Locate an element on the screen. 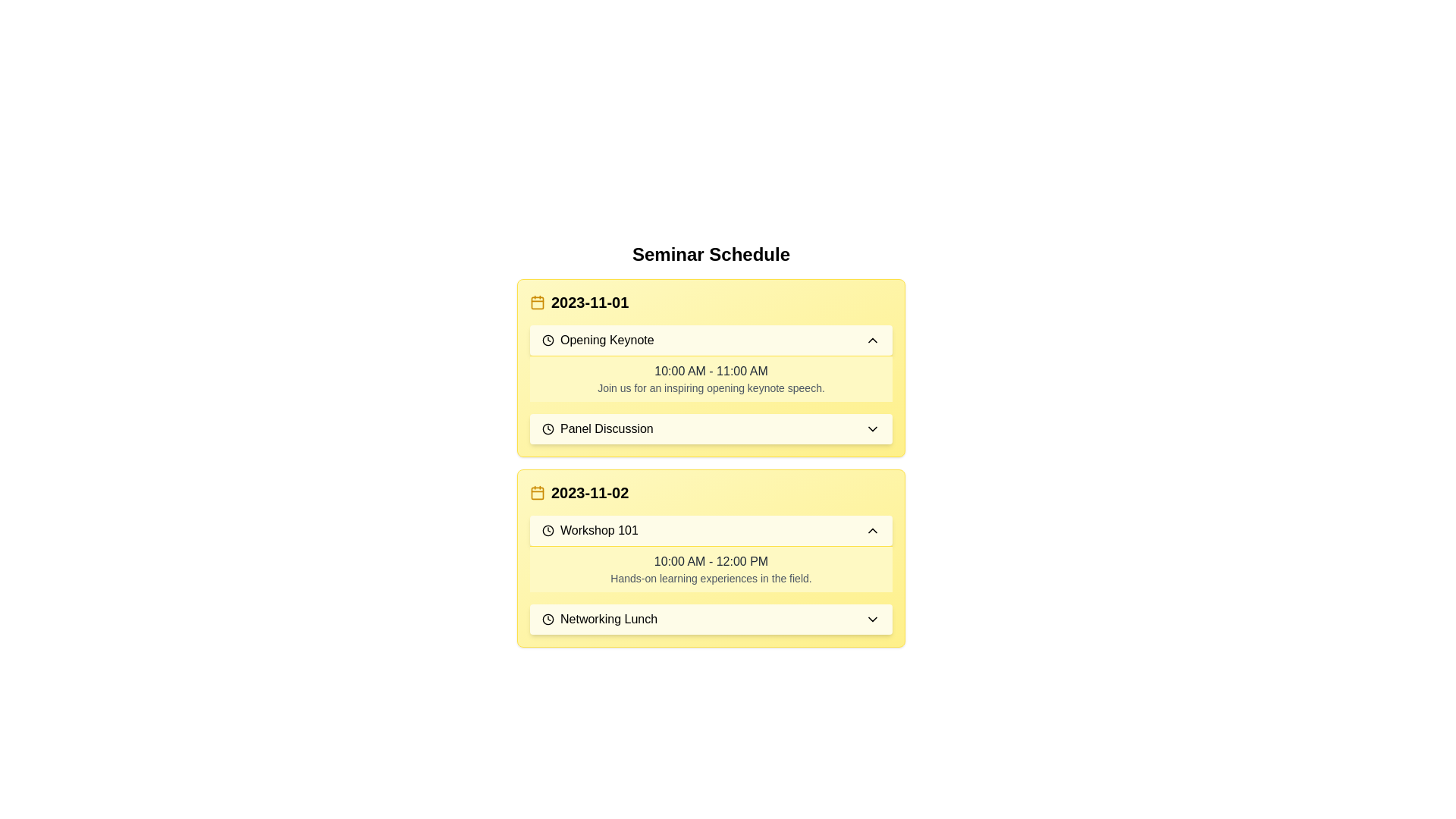  the rounded rectangle within the SVG element that is part of the calendar icon located to the left of the date '2023-11-01' is located at coordinates (538, 302).